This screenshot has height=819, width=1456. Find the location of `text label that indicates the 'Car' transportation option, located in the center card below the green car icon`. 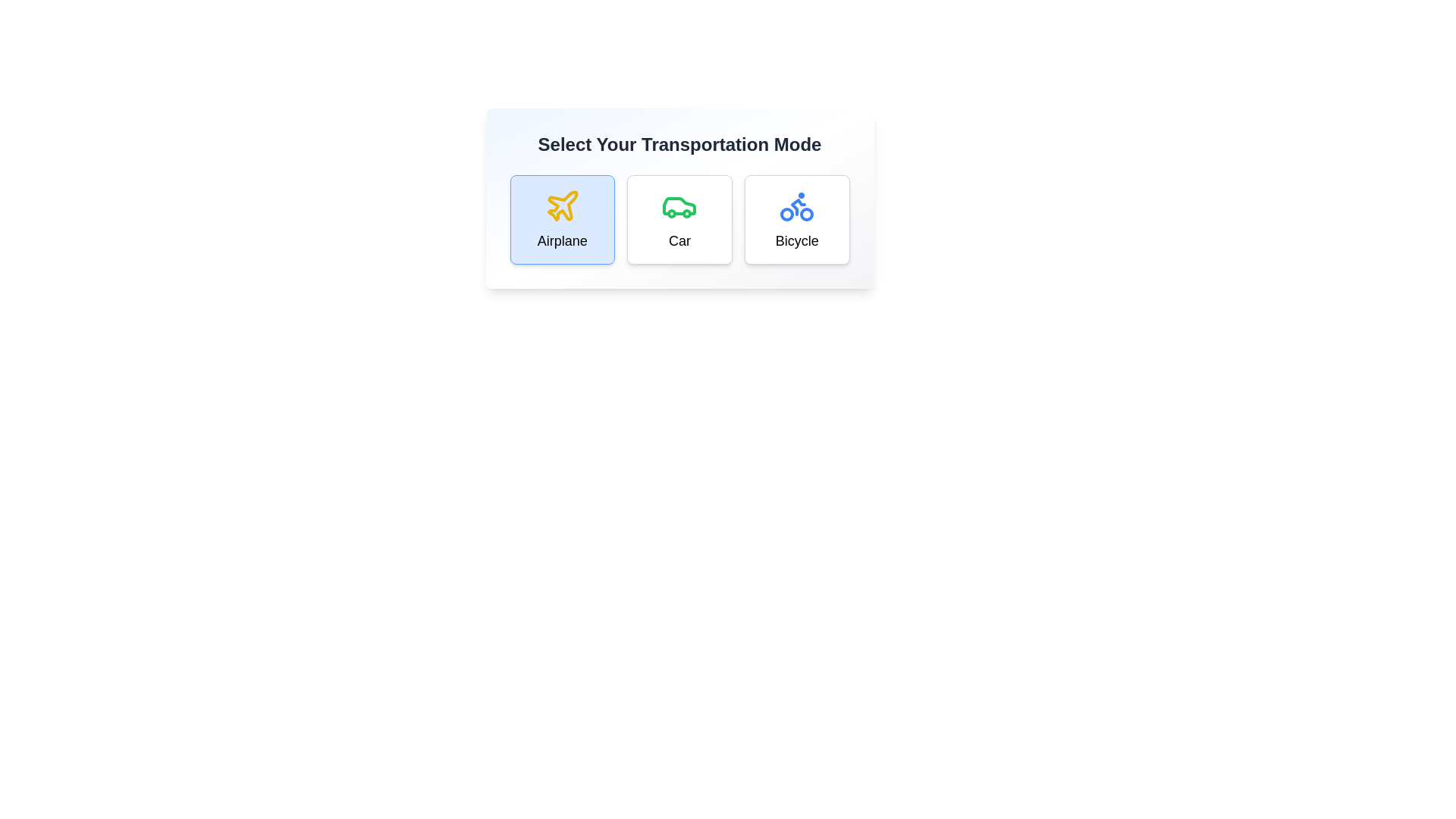

text label that indicates the 'Car' transportation option, located in the center card below the green car icon is located at coordinates (679, 240).